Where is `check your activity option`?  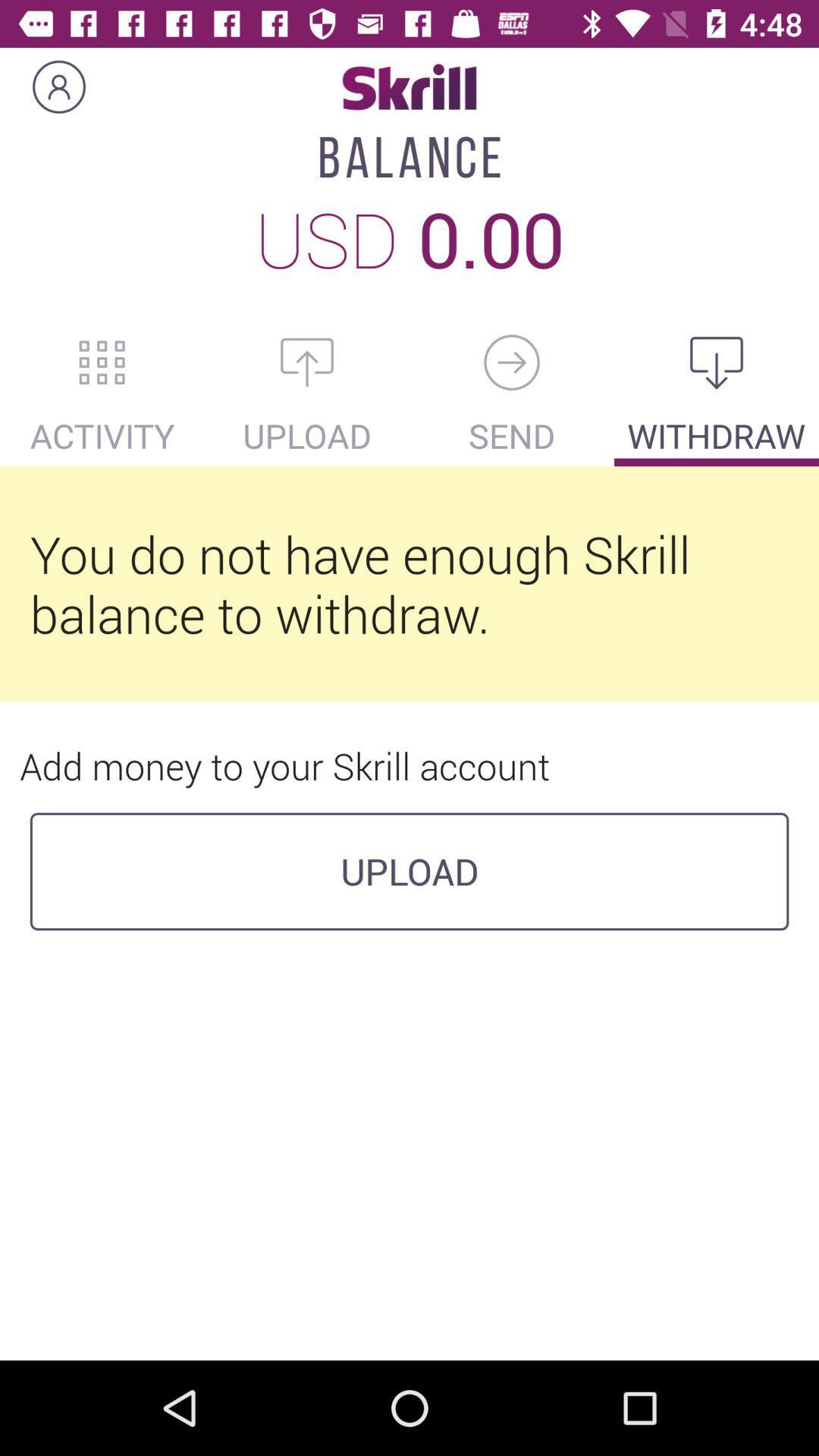 check your activity option is located at coordinates (102, 362).